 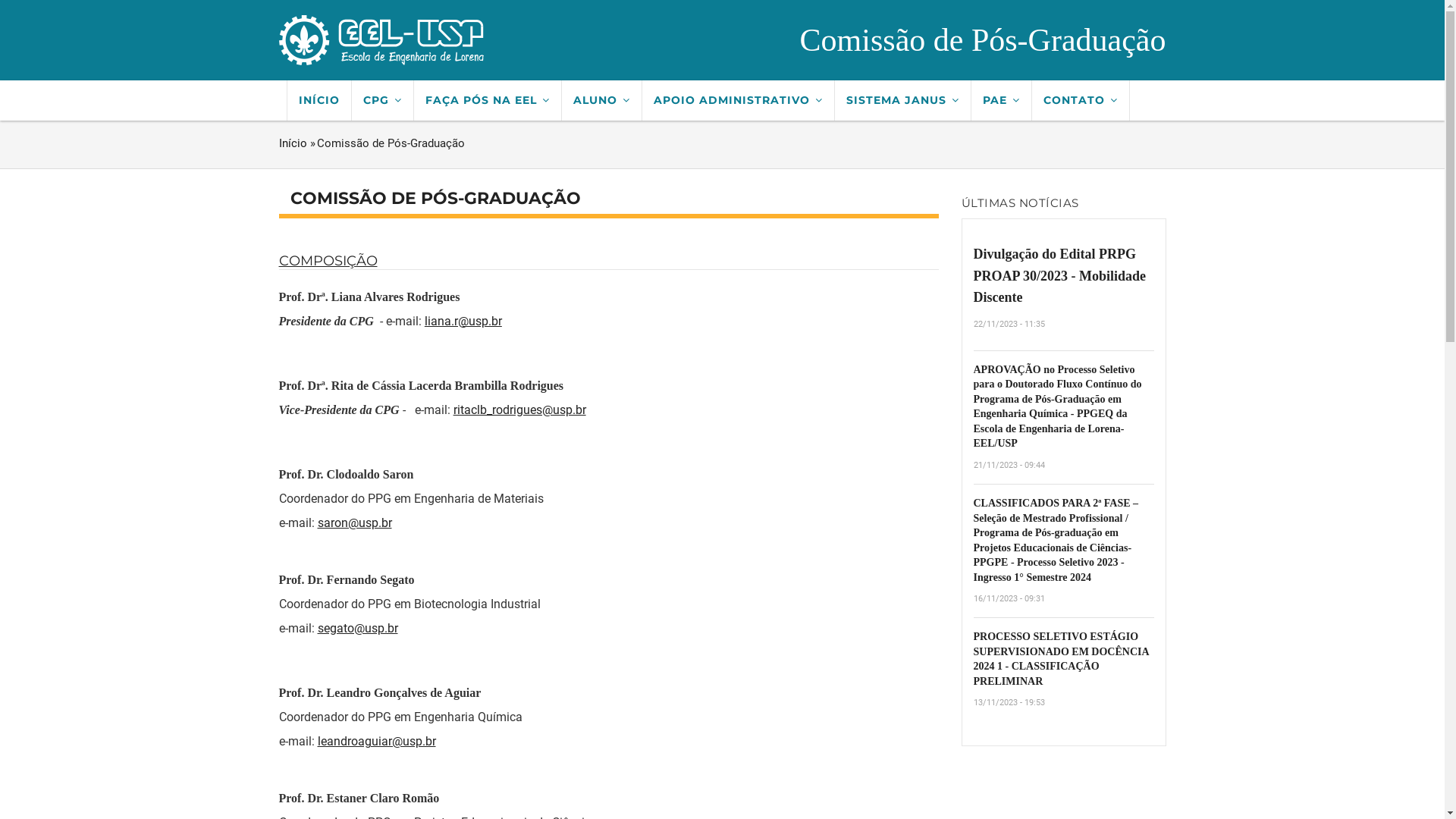 I want to click on 'SISTEMA JANUS', so click(x=902, y=100).